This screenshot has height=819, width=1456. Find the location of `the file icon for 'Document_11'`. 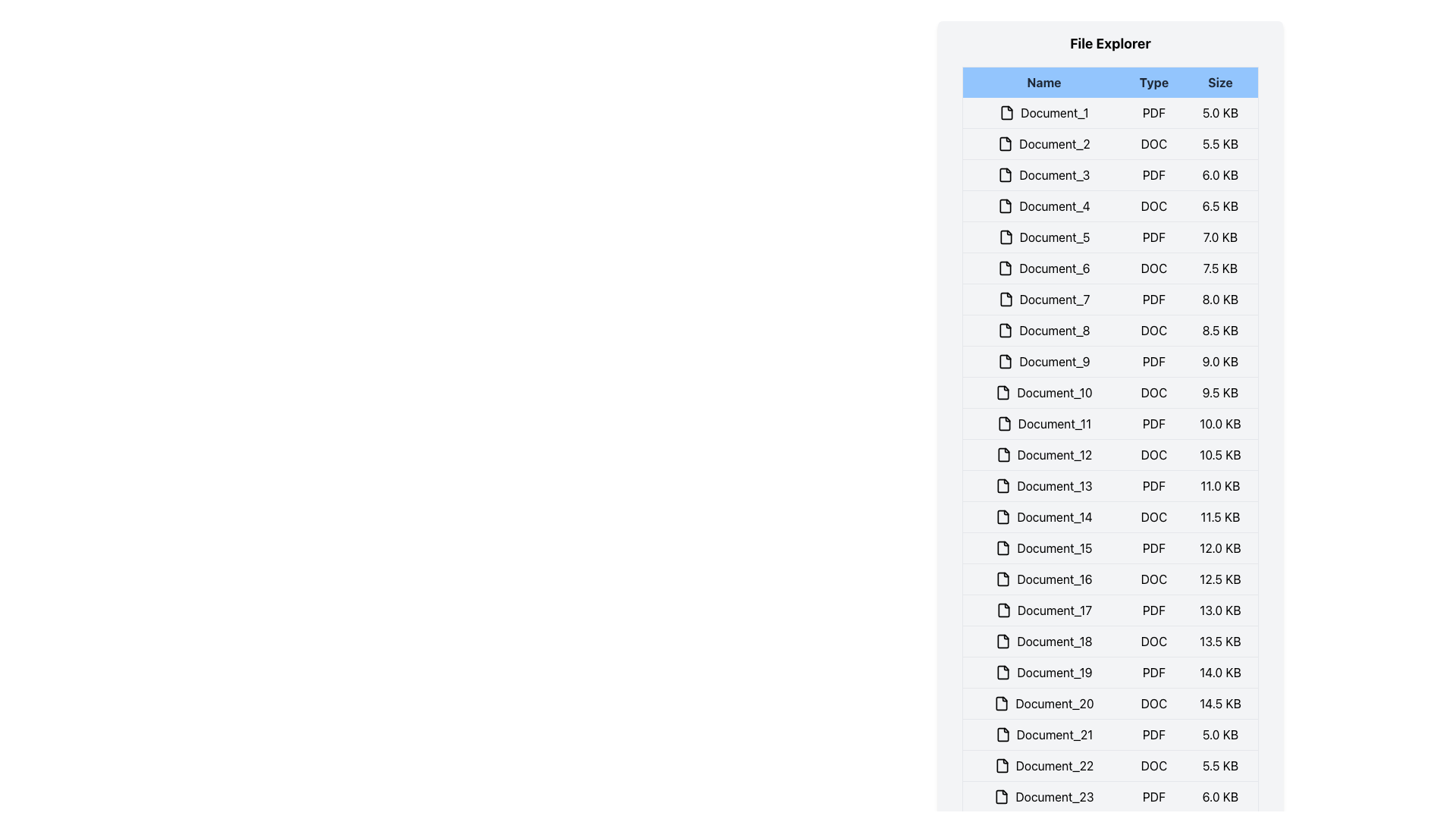

the file icon for 'Document_11' is located at coordinates (1004, 424).